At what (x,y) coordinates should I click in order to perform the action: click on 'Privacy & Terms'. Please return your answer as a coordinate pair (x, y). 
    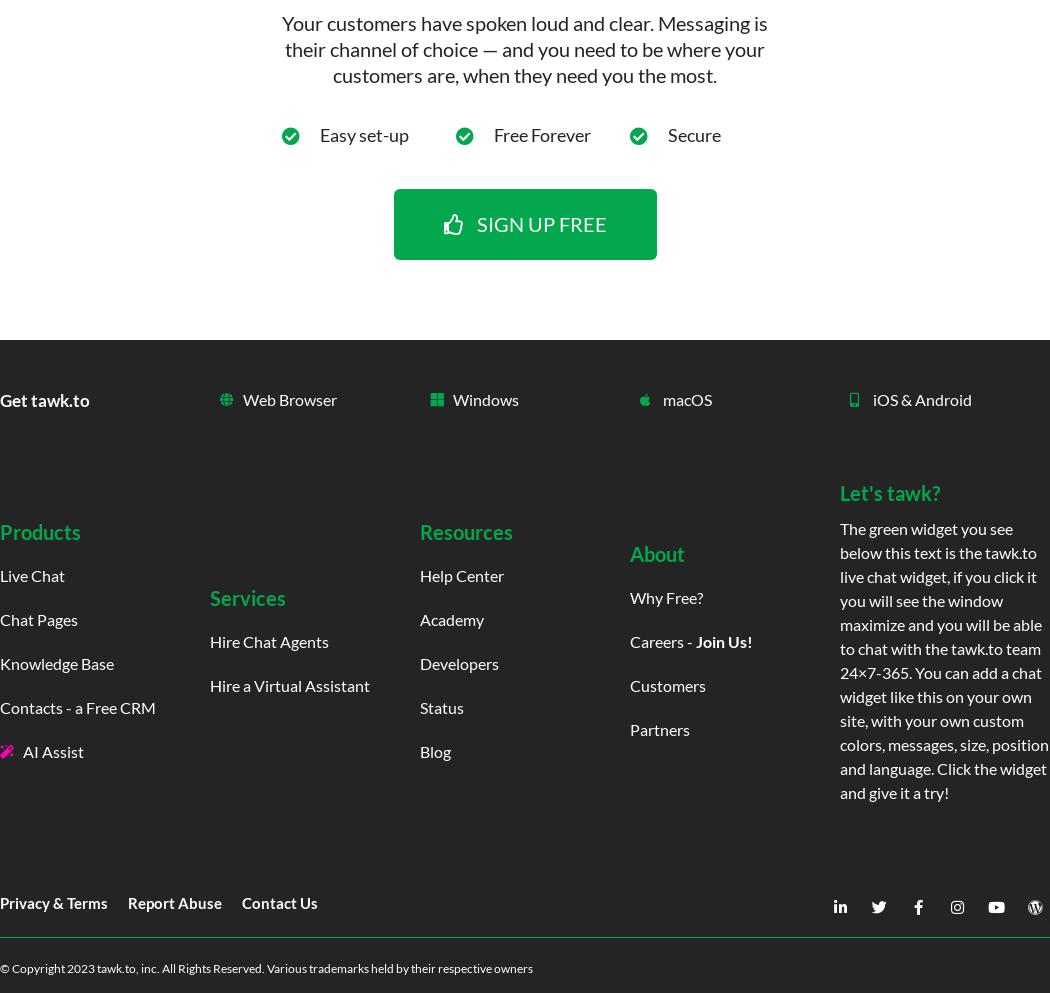
    Looking at the image, I should click on (52, 902).